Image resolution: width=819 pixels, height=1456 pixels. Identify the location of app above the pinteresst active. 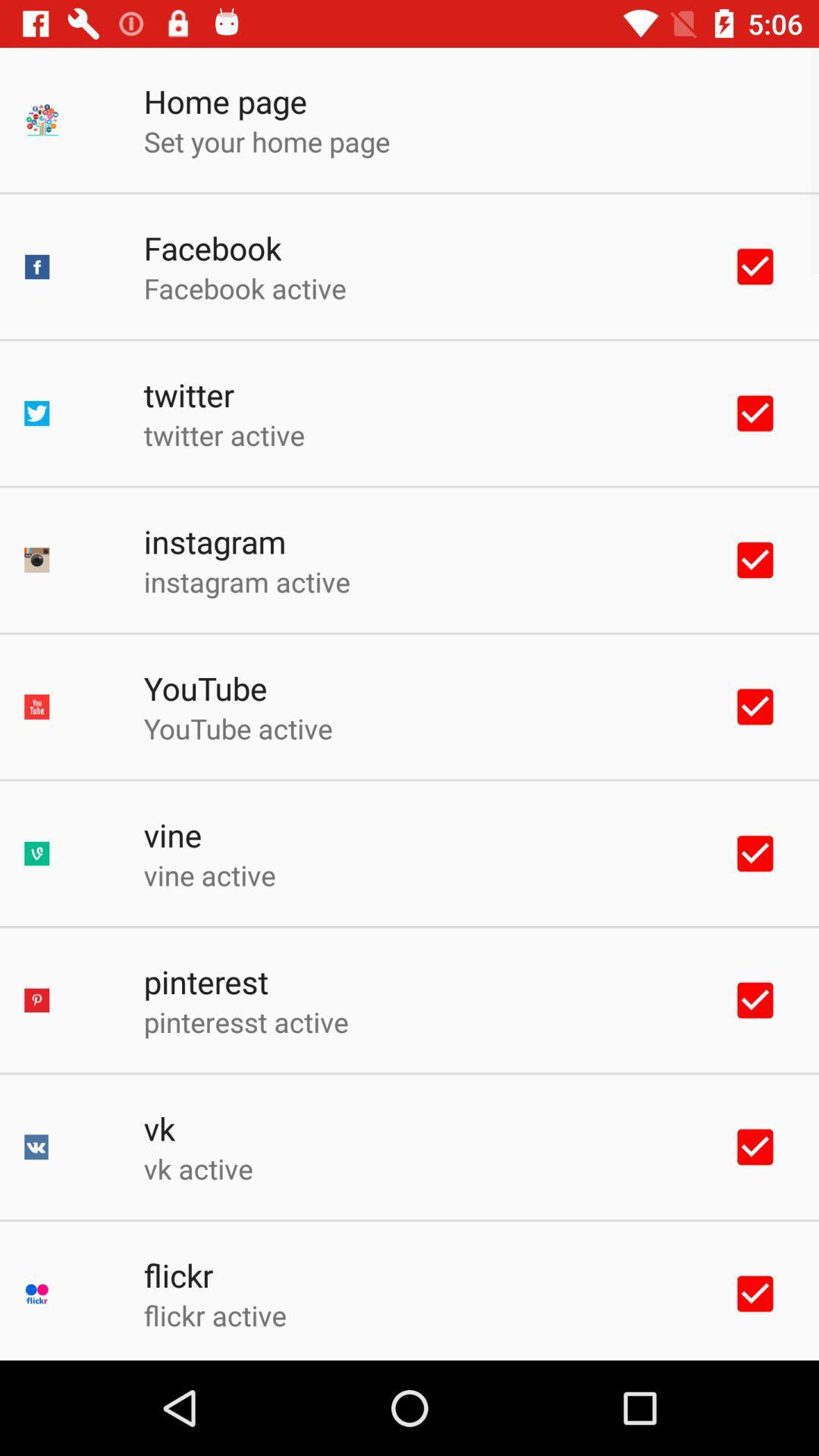
(206, 981).